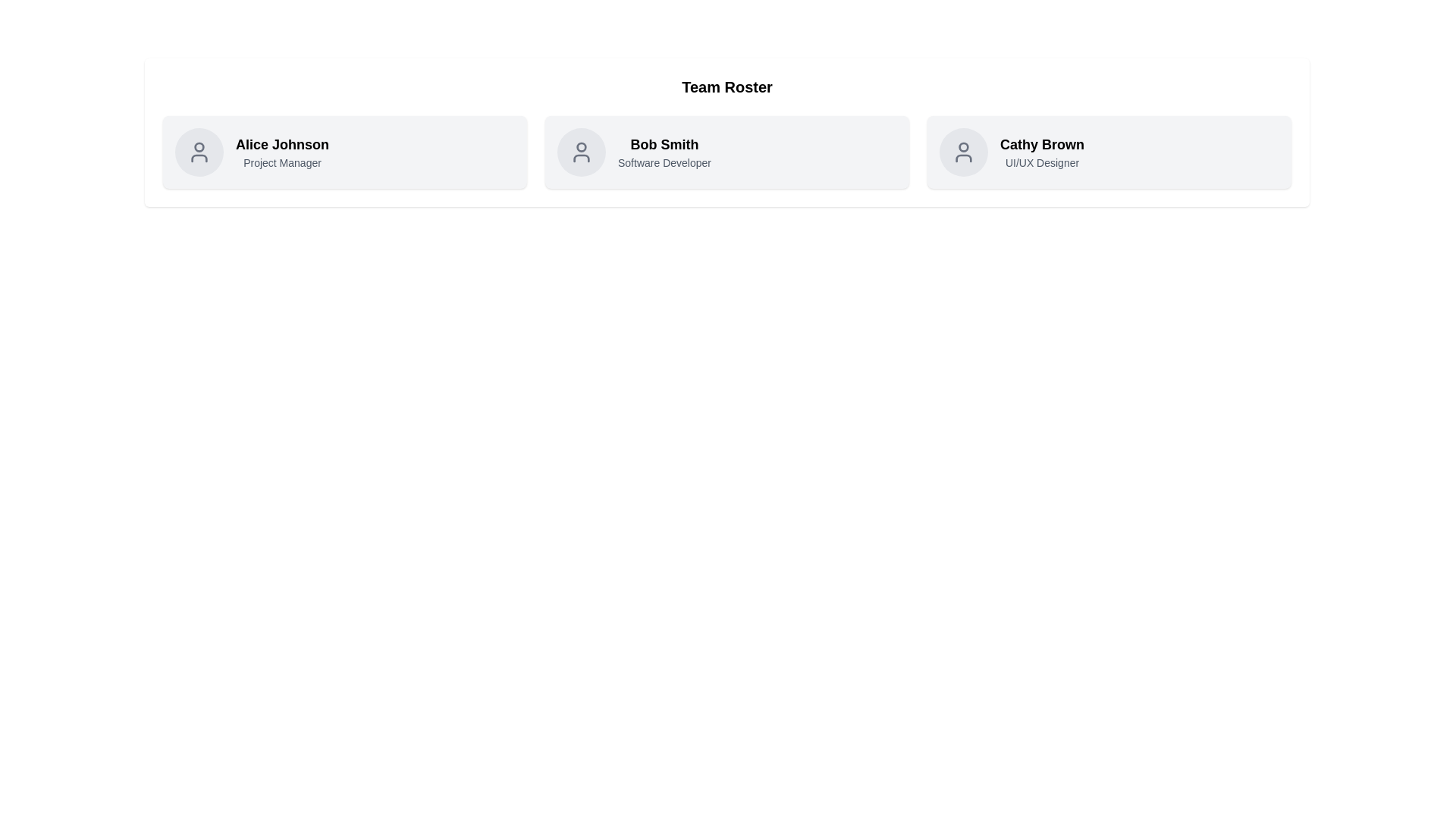 The height and width of the screenshot is (819, 1456). Describe the element at coordinates (1041, 152) in the screenshot. I see `text content of the Text Display located in the third profile card on the far right, positioned beneath the circular user icon` at that location.